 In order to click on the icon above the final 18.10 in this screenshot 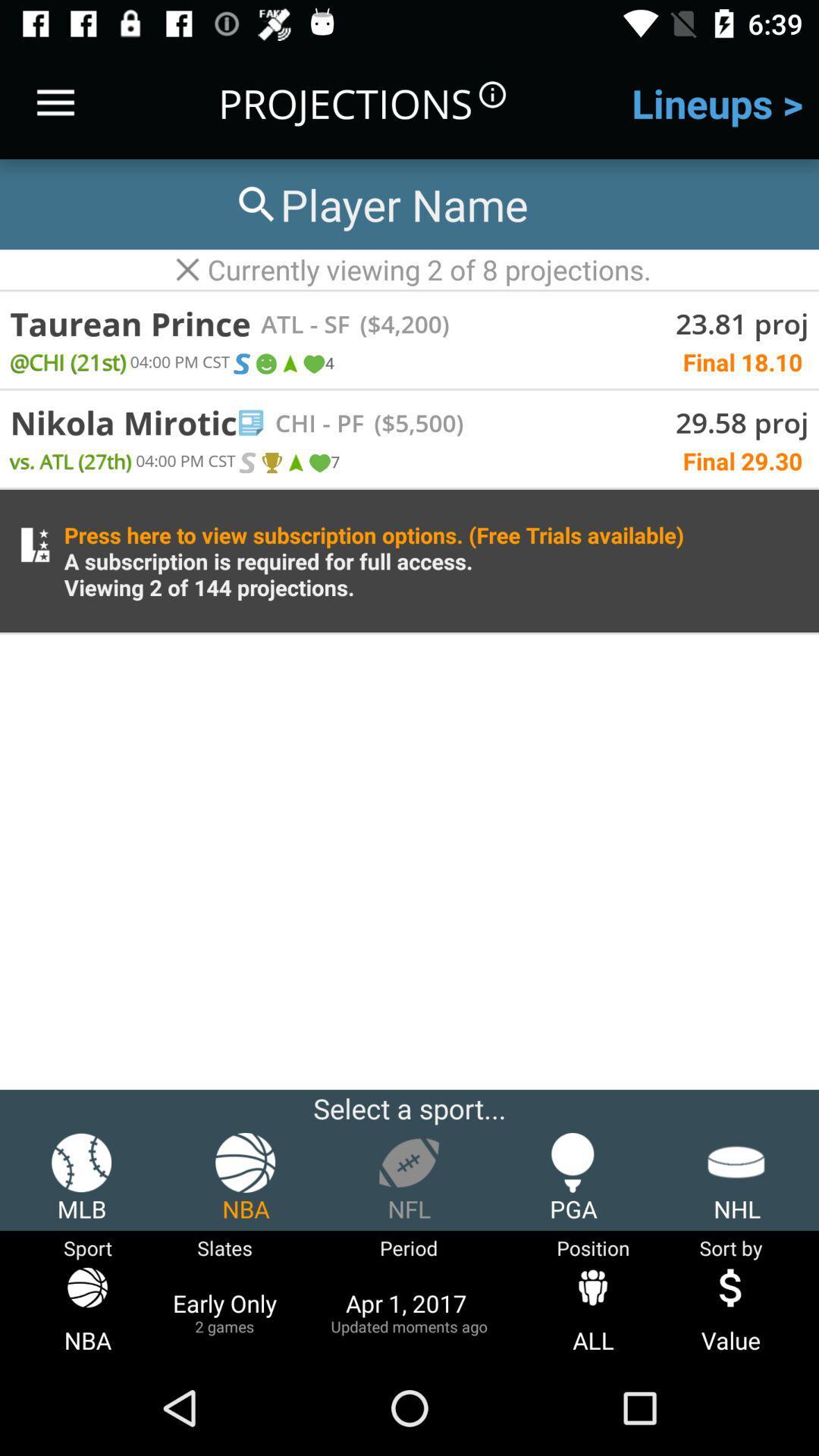, I will do `click(398, 323)`.